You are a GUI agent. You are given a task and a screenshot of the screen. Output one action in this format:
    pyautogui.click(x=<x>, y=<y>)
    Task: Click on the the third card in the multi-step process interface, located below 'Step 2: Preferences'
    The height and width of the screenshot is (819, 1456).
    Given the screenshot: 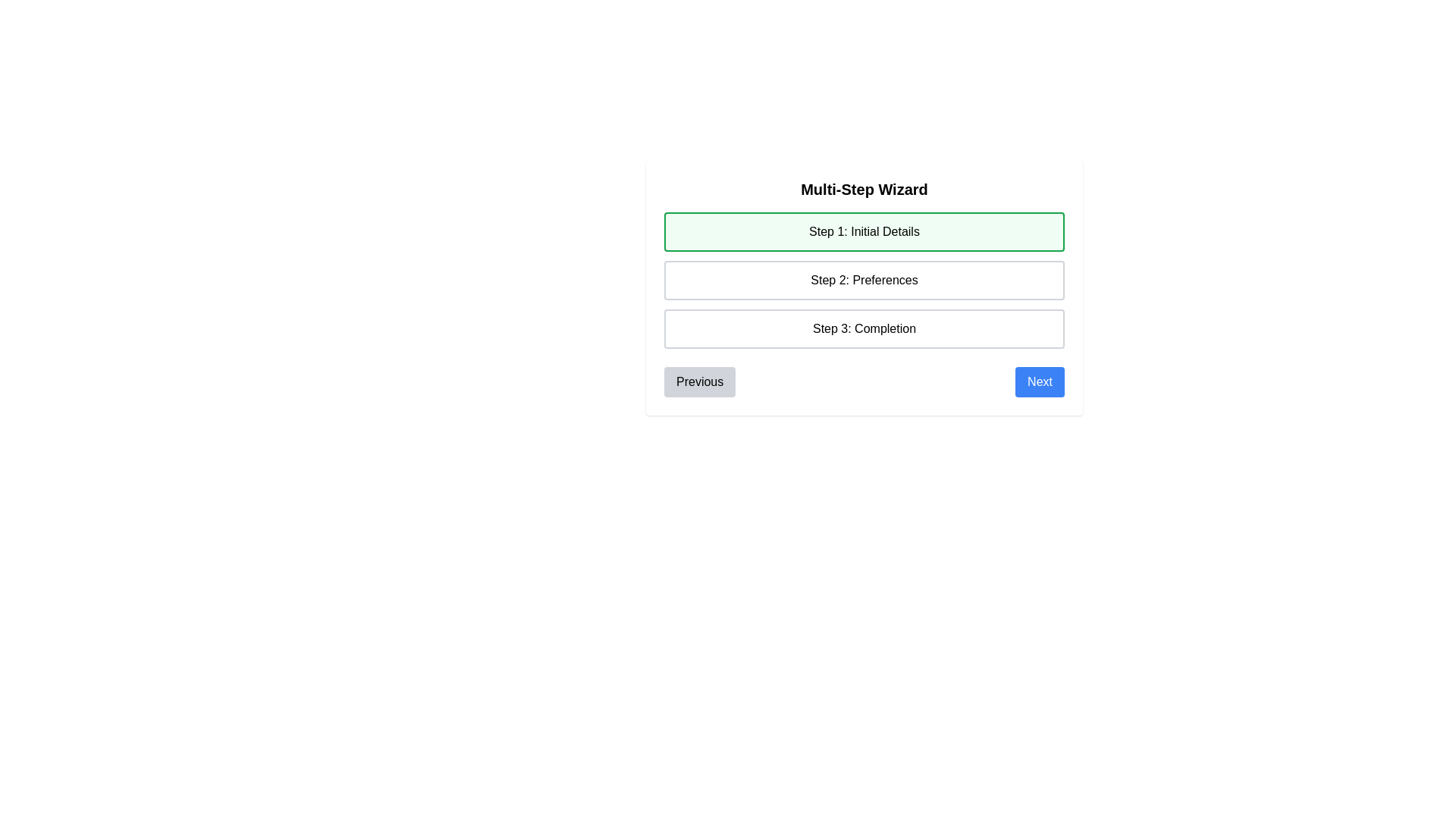 What is the action you would take?
    pyautogui.click(x=864, y=328)
    